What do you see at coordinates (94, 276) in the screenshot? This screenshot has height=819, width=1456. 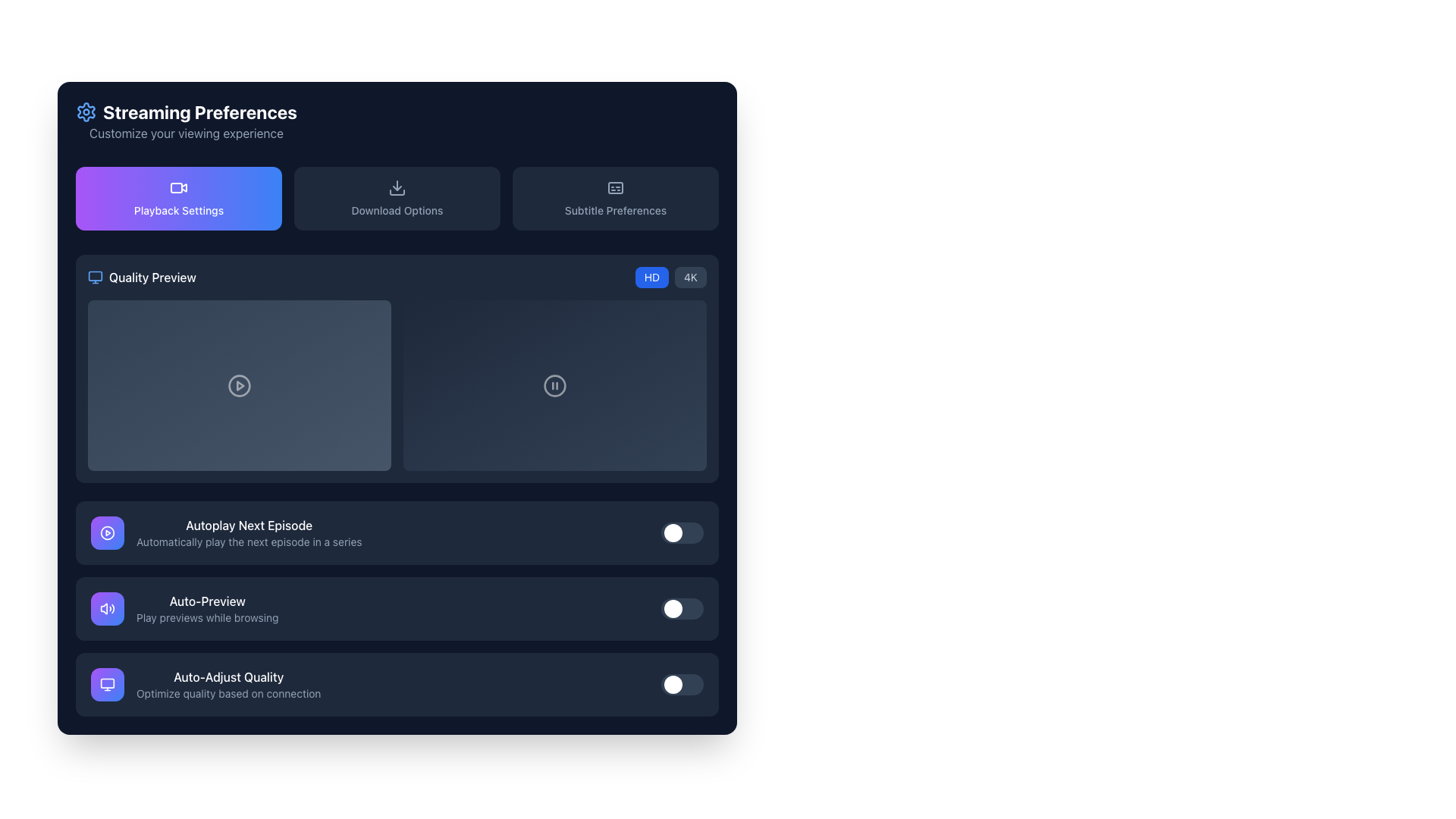 I see `the decorative component of the monitor icon, which symbolizes playback or display settings, located near the top-left corner of the interface next to the 'Streaming Preferences' header` at bounding box center [94, 276].